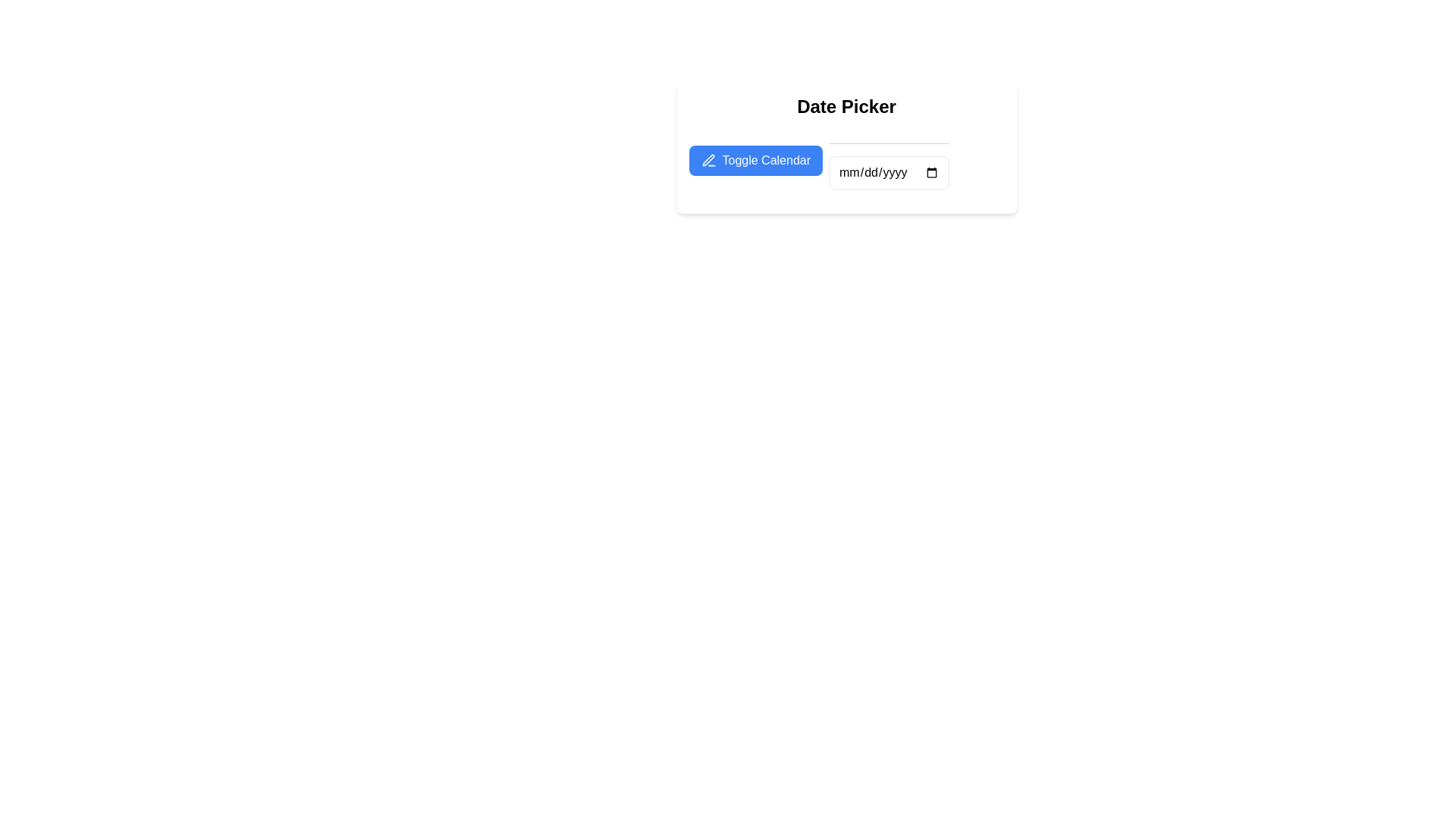 Image resolution: width=1456 pixels, height=819 pixels. Describe the element at coordinates (708, 160) in the screenshot. I see `the pen icon located inside the 'Toggle Calendar' button on the left side, which is part of the date picker interface` at that location.